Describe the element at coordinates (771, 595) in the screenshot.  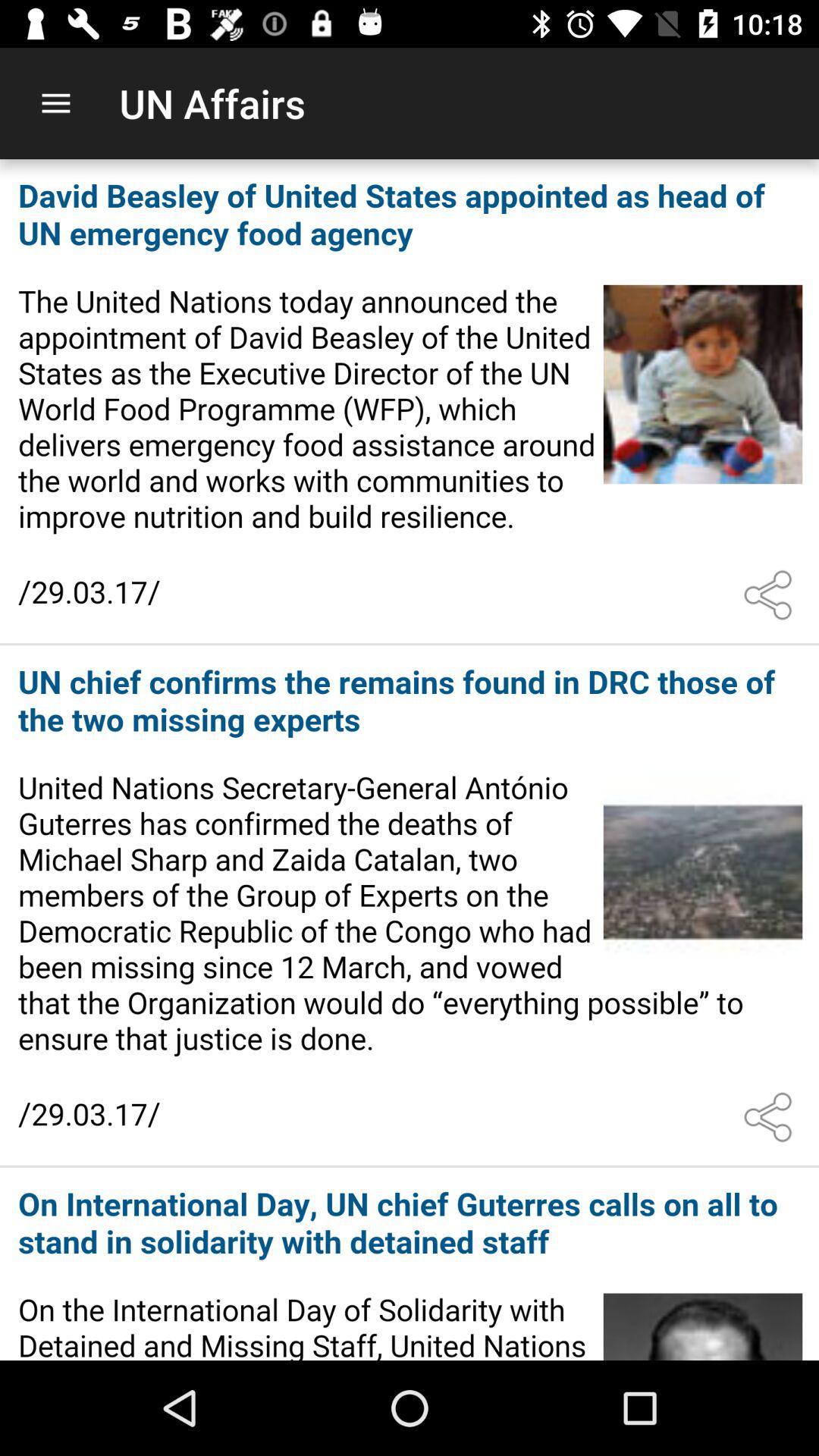
I see `the share icon` at that location.